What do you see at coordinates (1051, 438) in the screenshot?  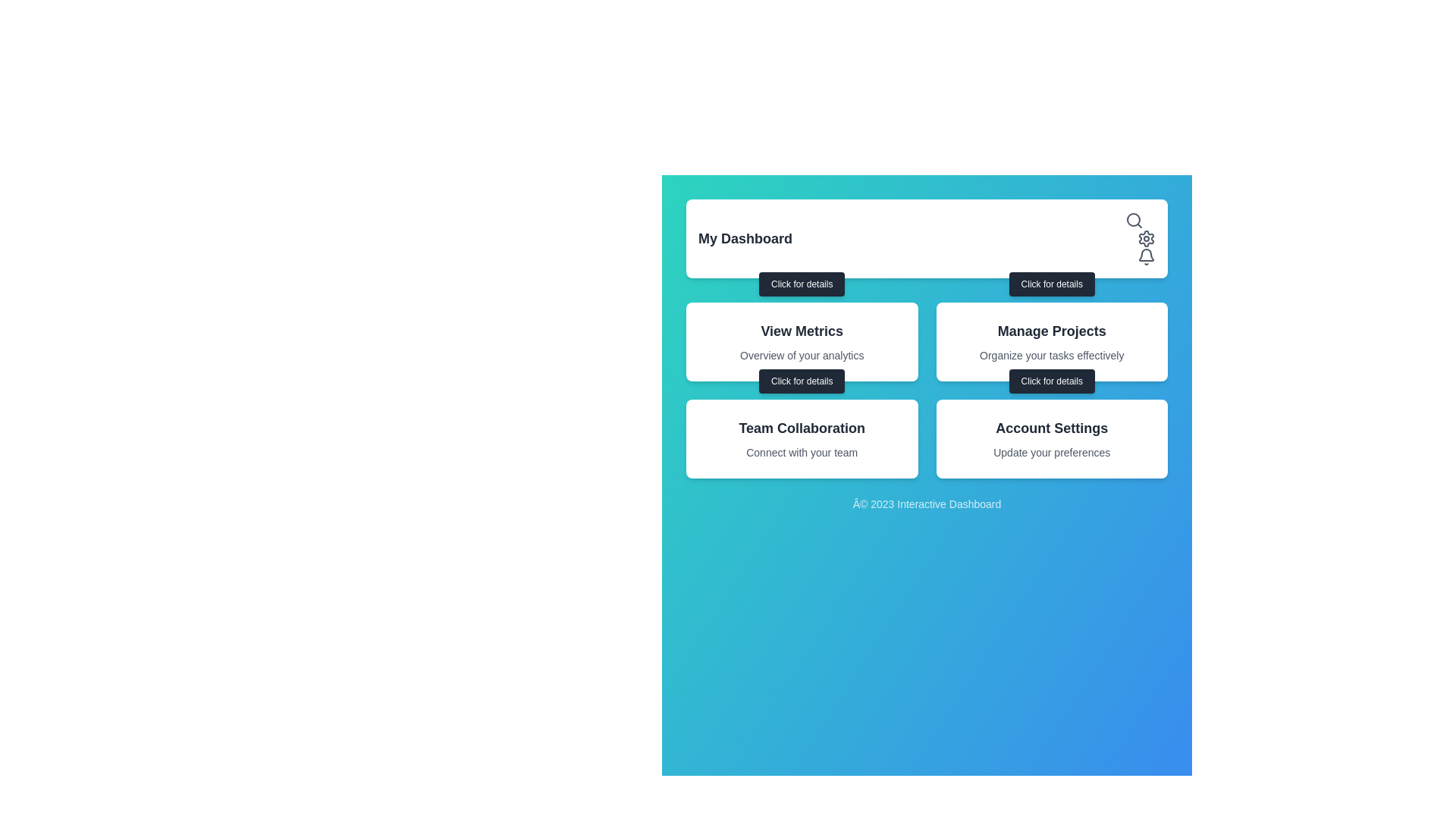 I see `the Informational tile that provides access to account settings for accessibility navigation` at bounding box center [1051, 438].